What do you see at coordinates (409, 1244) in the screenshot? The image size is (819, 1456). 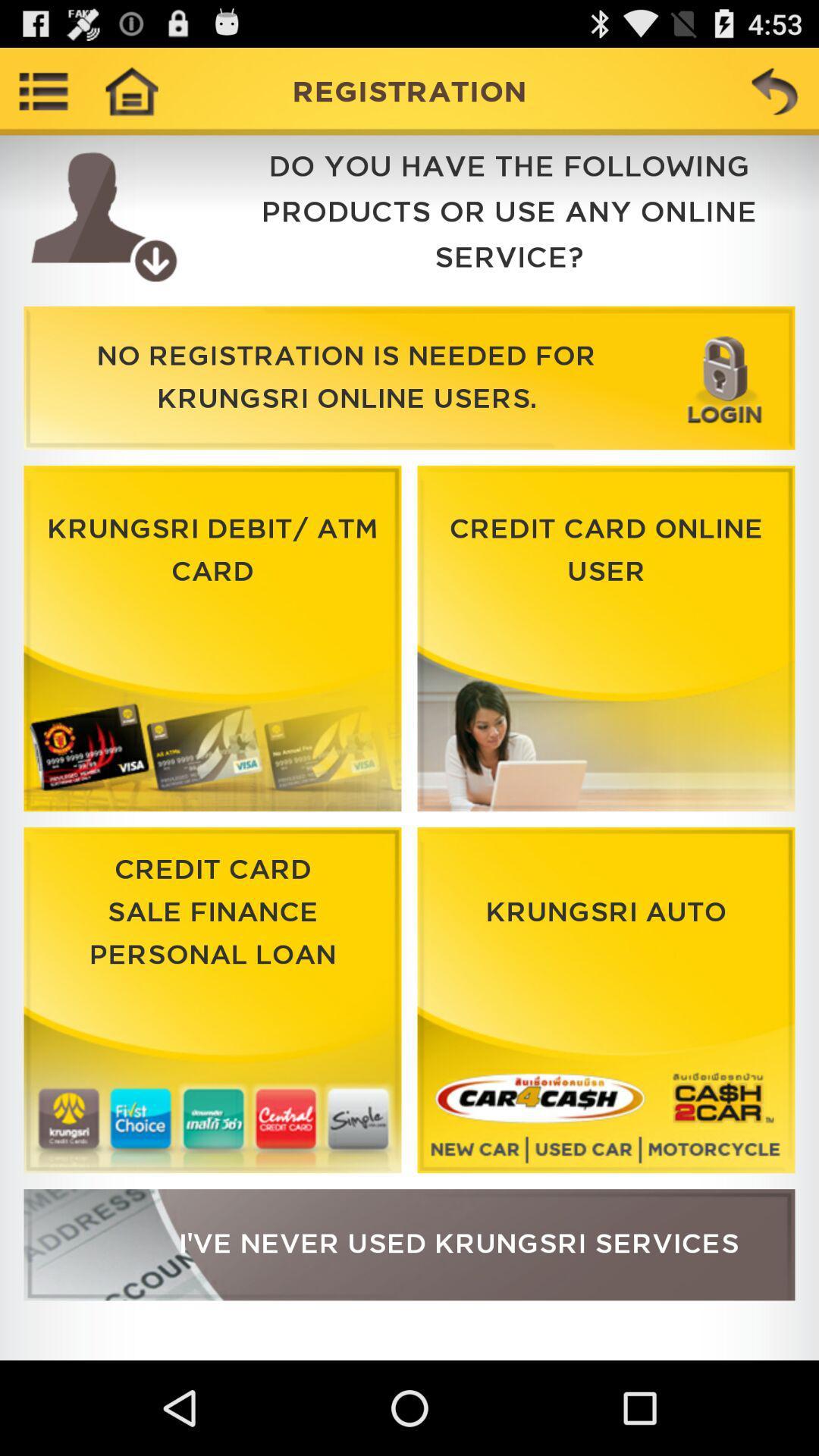 I see `new service user` at bounding box center [409, 1244].